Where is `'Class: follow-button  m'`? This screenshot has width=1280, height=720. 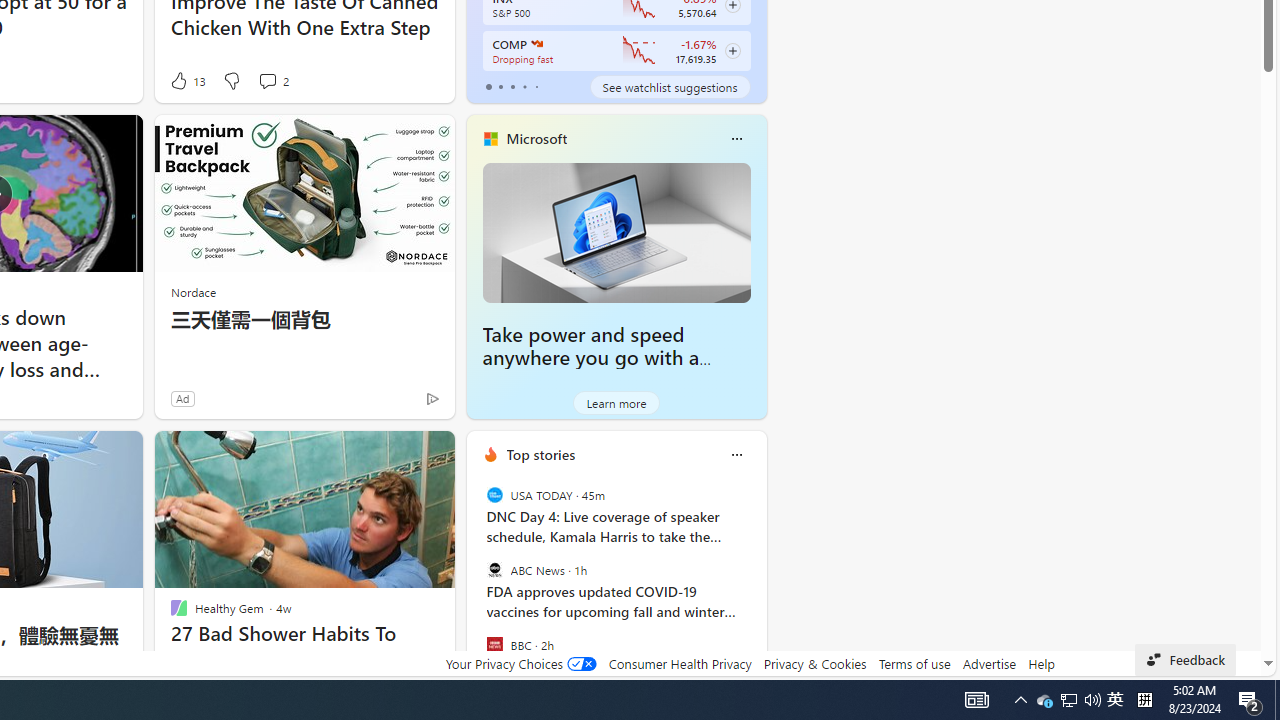 'Class: follow-button  m' is located at coordinates (731, 50).